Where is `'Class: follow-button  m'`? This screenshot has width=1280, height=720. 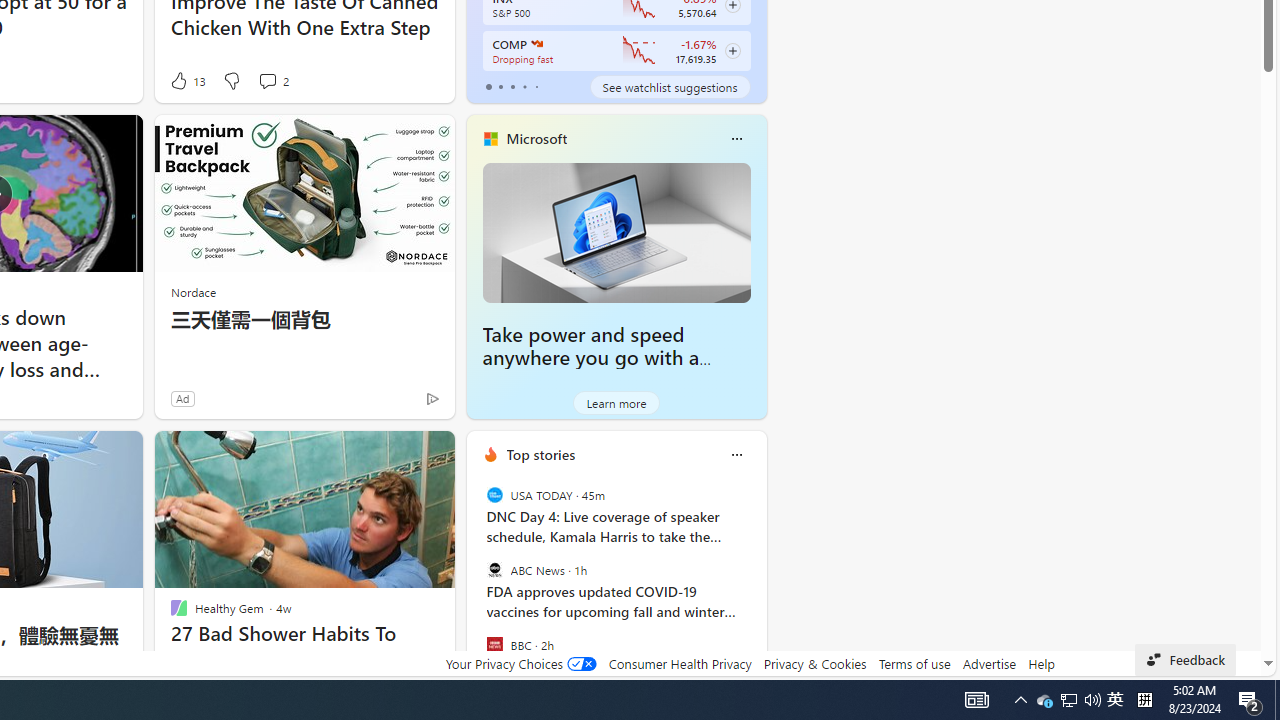 'Class: follow-button  m' is located at coordinates (731, 50).